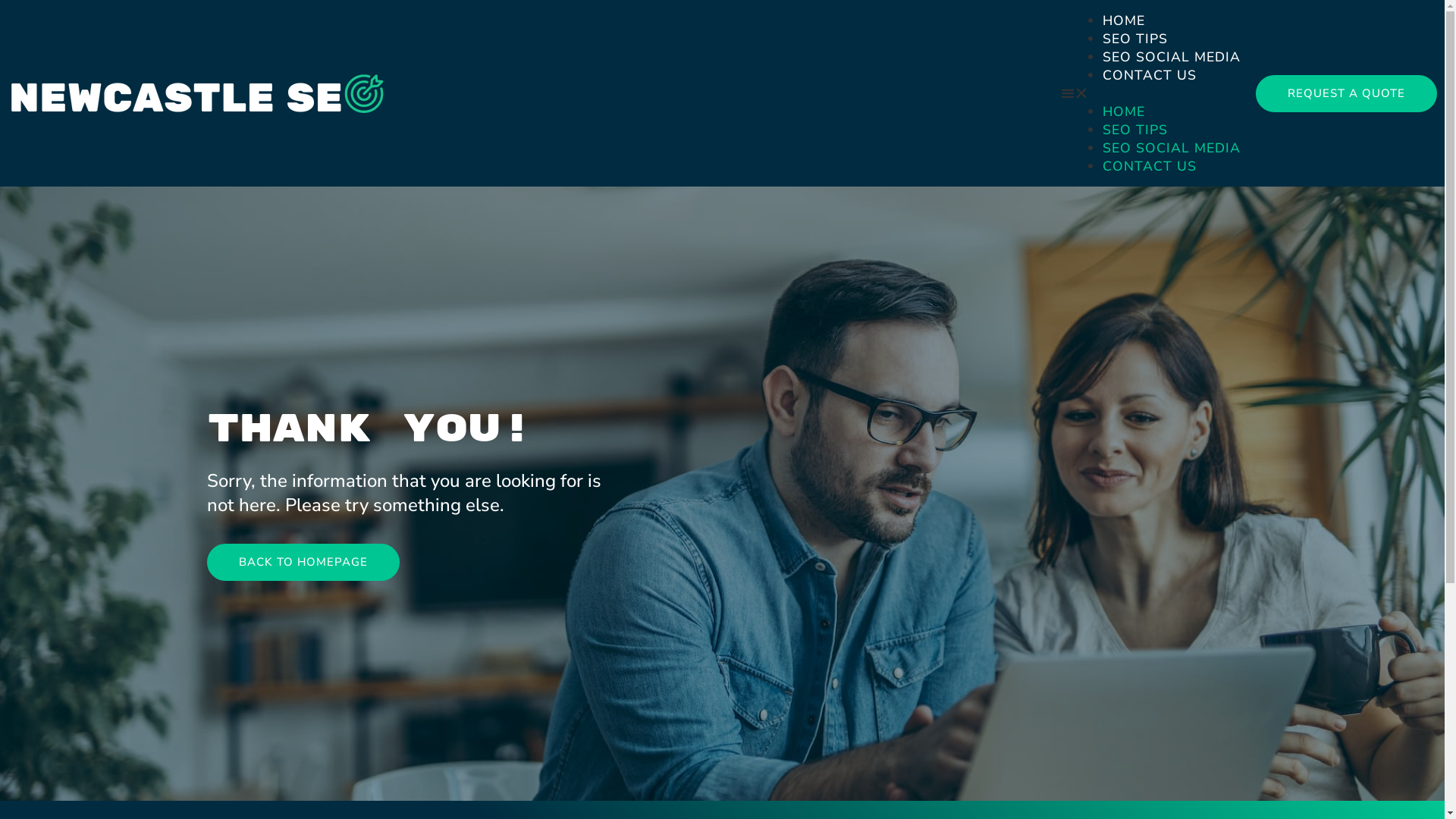 This screenshot has height=819, width=1456. I want to click on 'SEO TIPS', so click(1135, 37).